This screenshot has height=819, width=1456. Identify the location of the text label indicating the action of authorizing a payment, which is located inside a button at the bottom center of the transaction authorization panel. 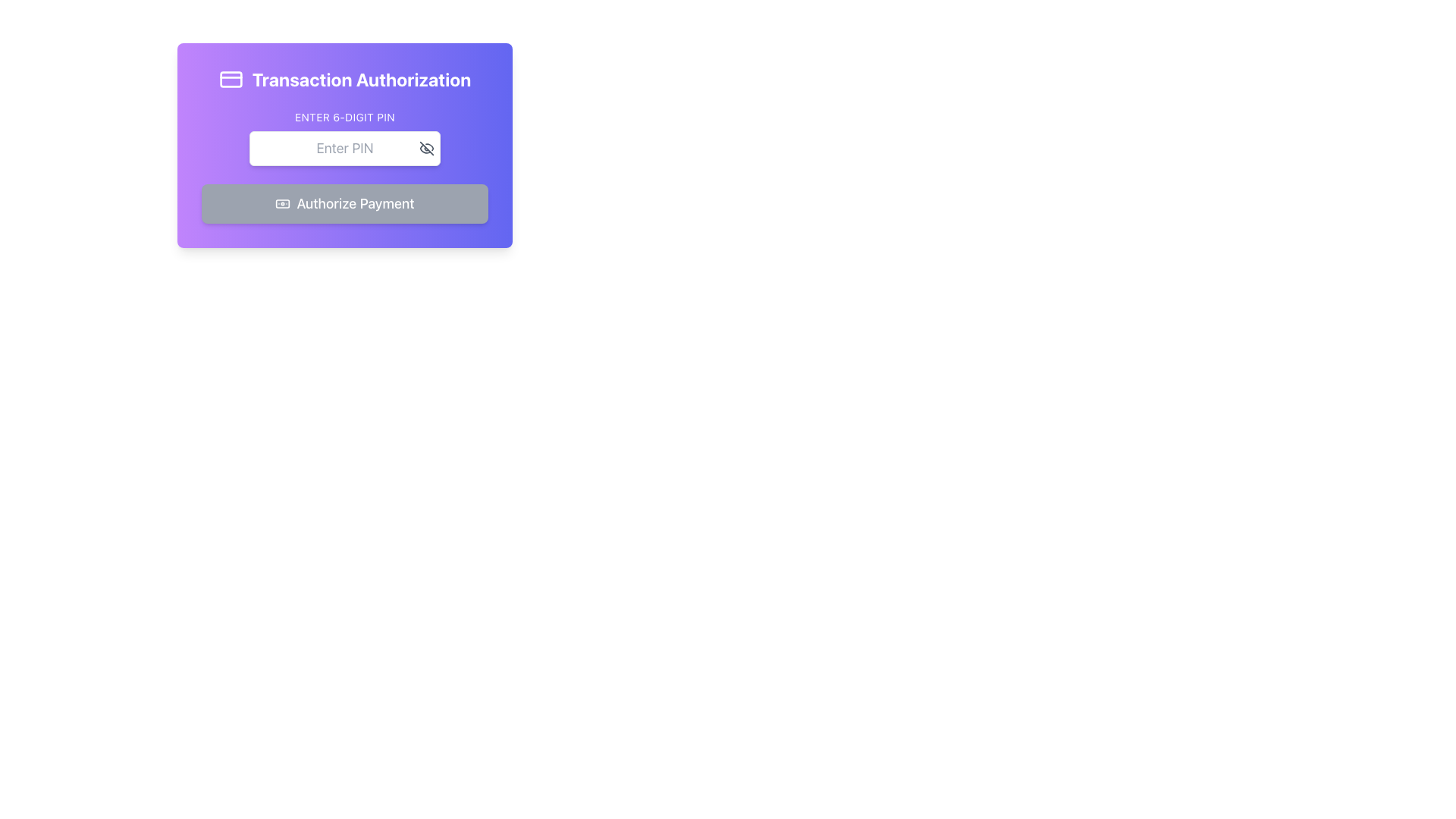
(355, 203).